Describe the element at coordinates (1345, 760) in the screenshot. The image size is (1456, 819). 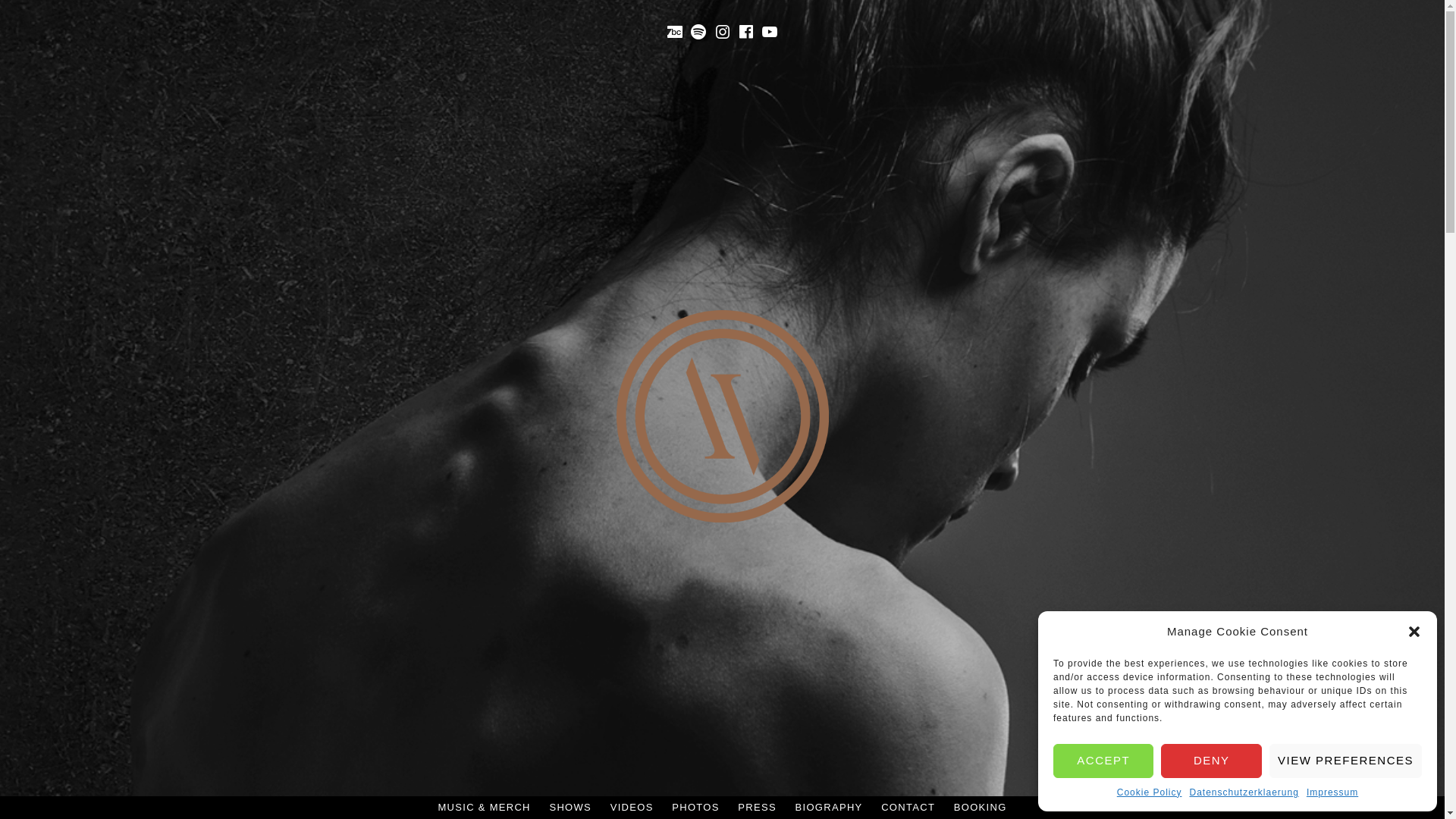
I see `'VIEW PREFERENCES'` at that location.